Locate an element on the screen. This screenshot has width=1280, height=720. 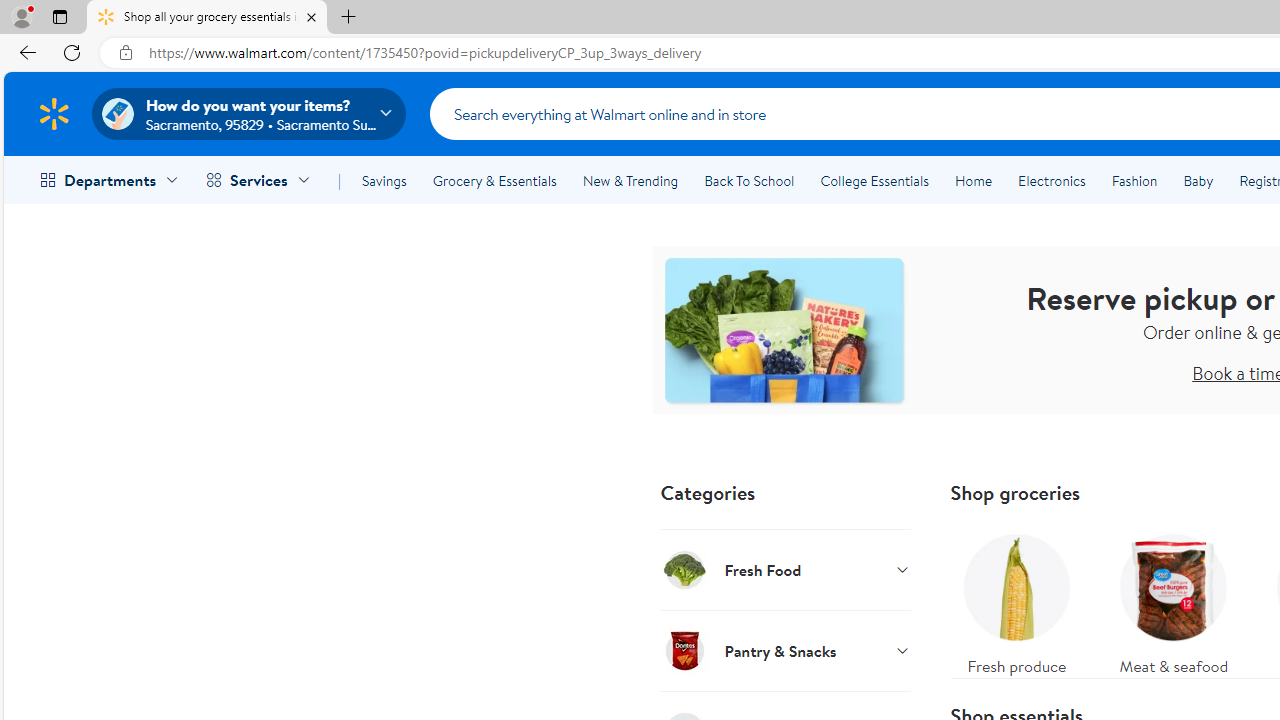
'Home' is located at coordinates (973, 181).